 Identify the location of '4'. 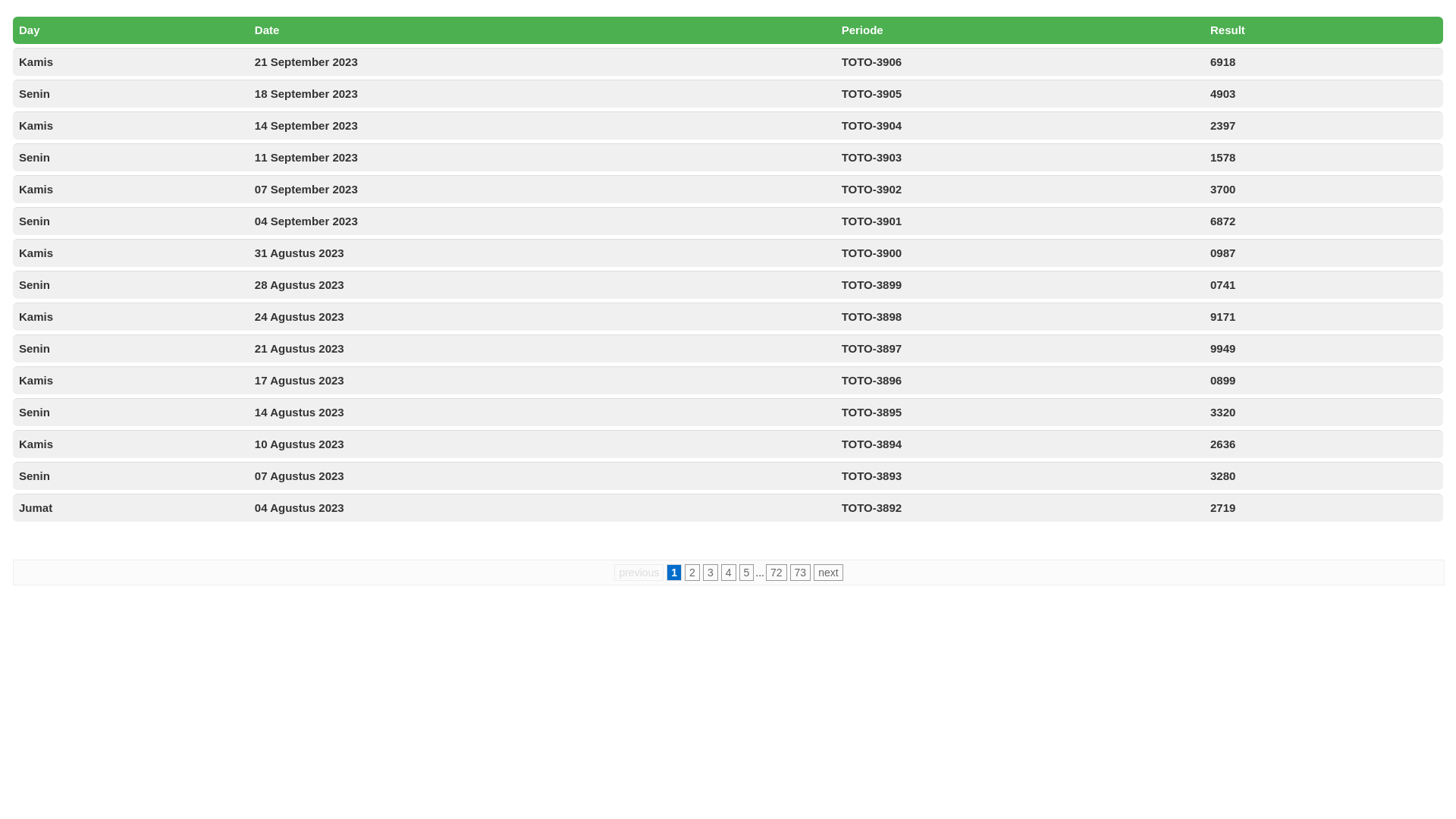
(728, 573).